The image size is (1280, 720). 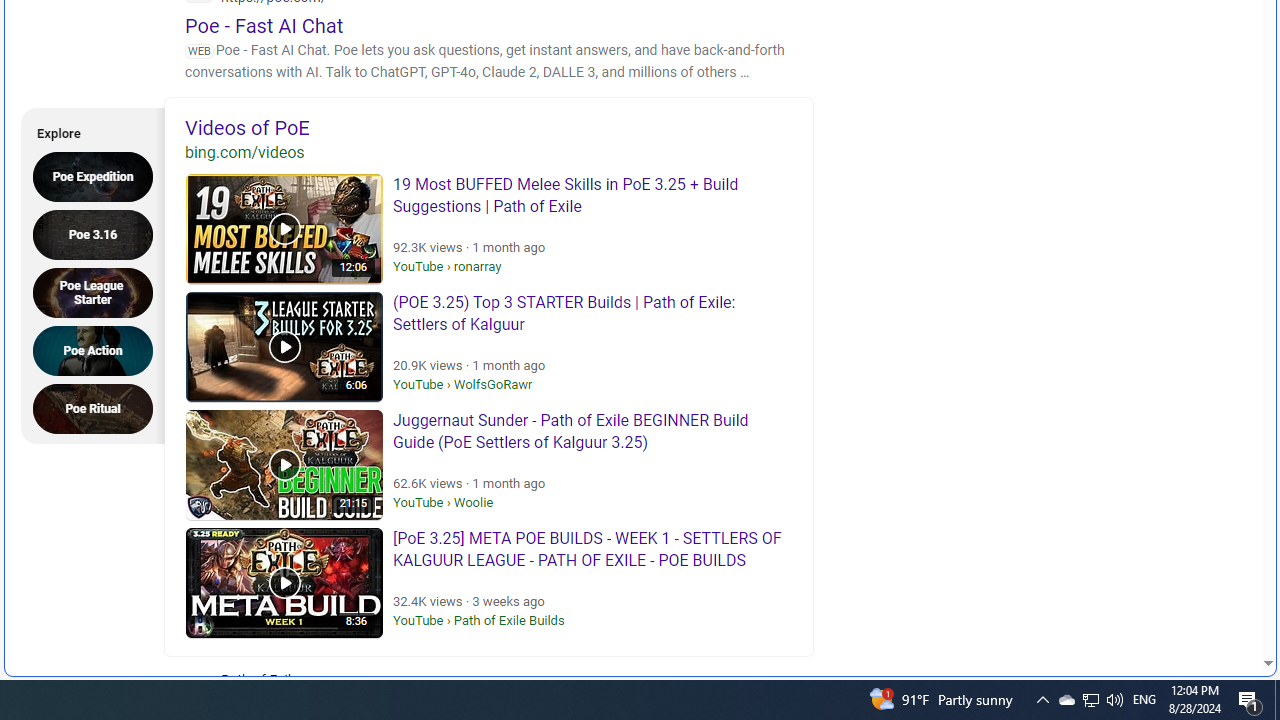 What do you see at coordinates (1192, 602) in the screenshot?
I see `'AutomationID: mfa_root'` at bounding box center [1192, 602].